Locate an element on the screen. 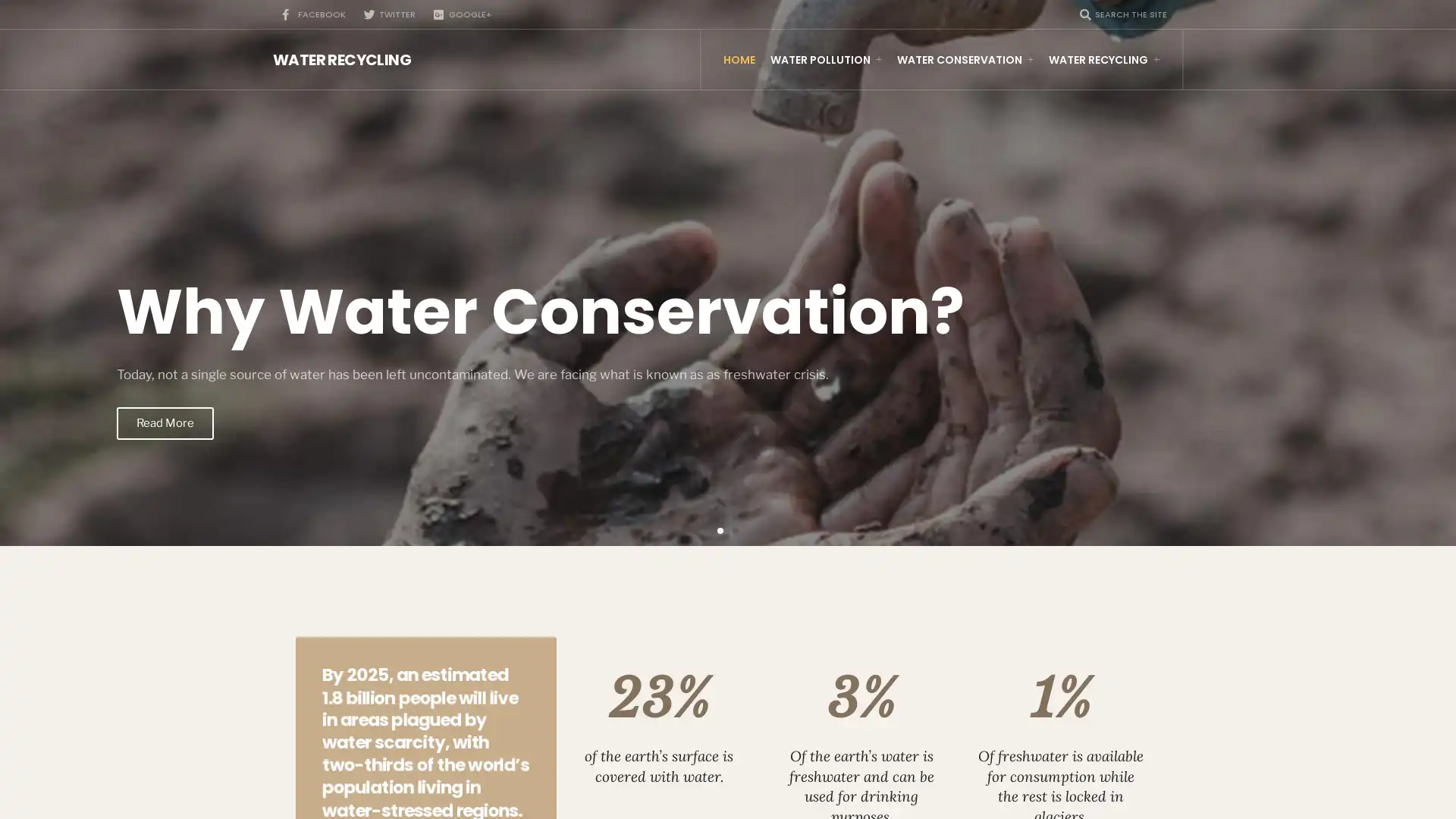 The width and height of the screenshot is (1456, 819). Go to slide 2 is located at coordinates (735, 529).